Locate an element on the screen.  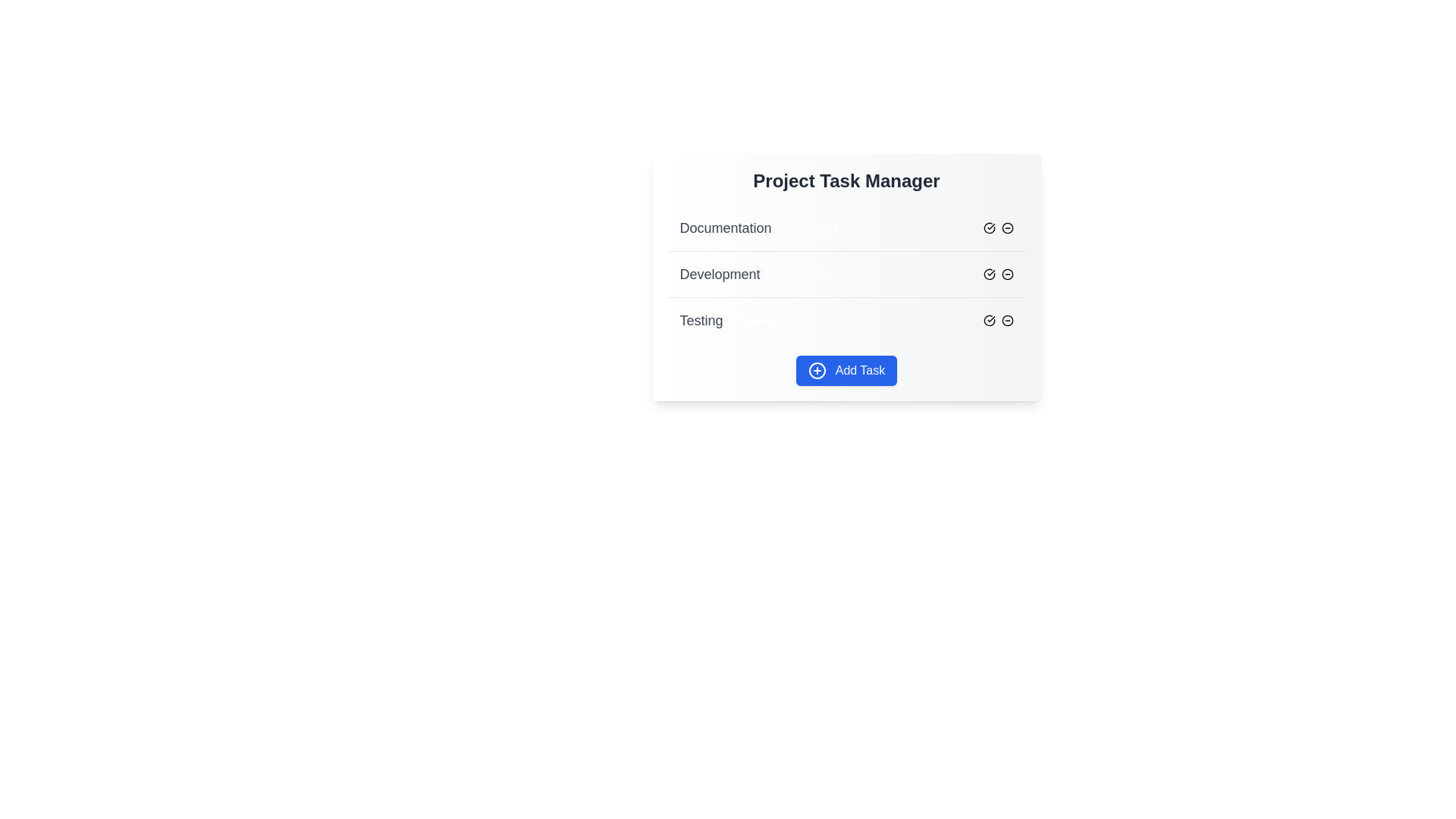
the blue 'Add Task' button located in the lower-right section of the interface is located at coordinates (816, 371).